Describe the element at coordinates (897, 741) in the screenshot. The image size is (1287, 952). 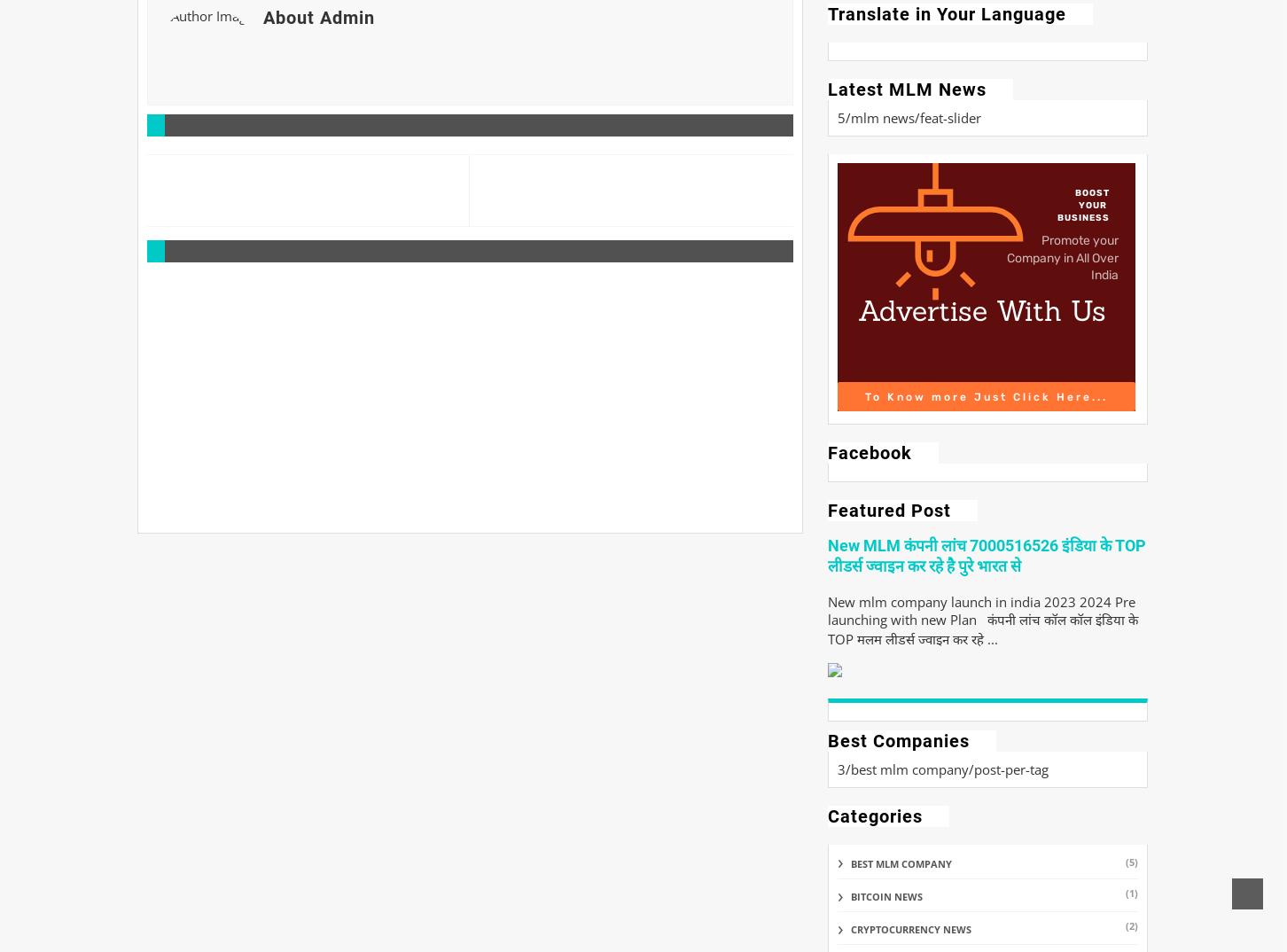
I see `'Best Companies'` at that location.